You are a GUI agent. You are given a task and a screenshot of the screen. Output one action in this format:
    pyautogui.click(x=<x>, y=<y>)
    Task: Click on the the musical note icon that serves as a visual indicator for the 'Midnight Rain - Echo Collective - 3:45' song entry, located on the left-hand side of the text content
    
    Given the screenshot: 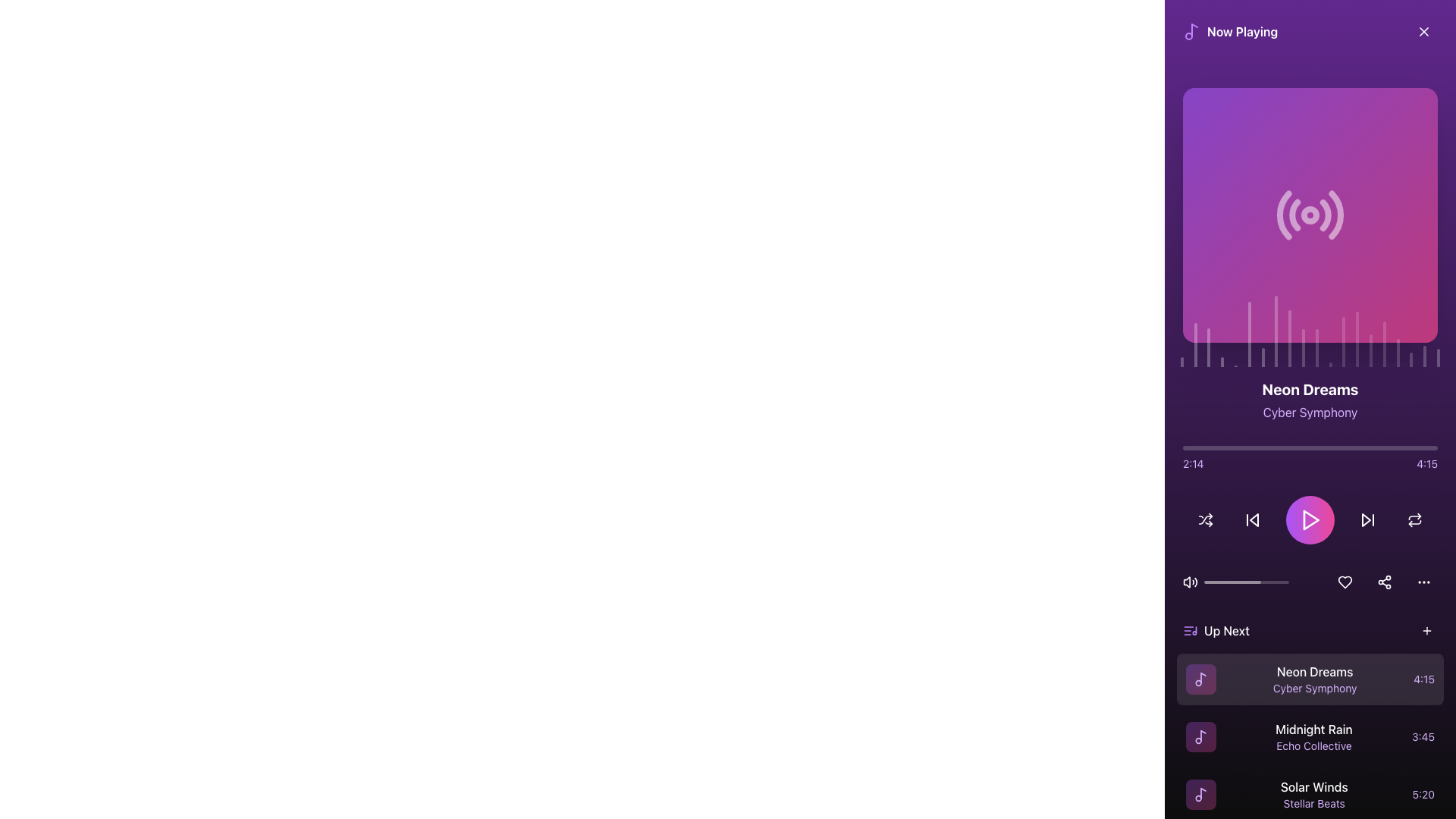 What is the action you would take?
    pyautogui.click(x=1200, y=736)
    